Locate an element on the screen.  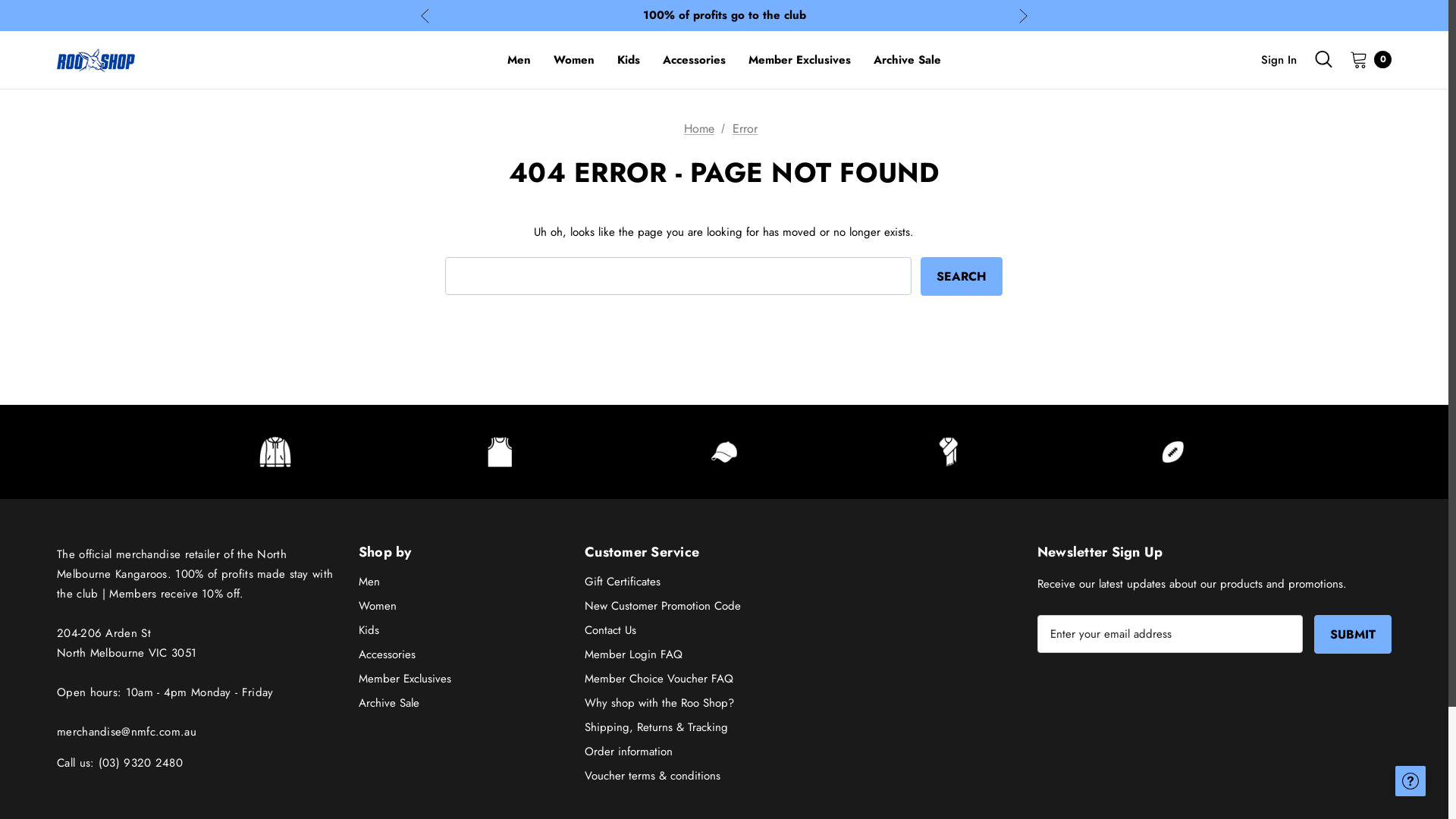
'Member Login FAQ' is located at coordinates (633, 654).